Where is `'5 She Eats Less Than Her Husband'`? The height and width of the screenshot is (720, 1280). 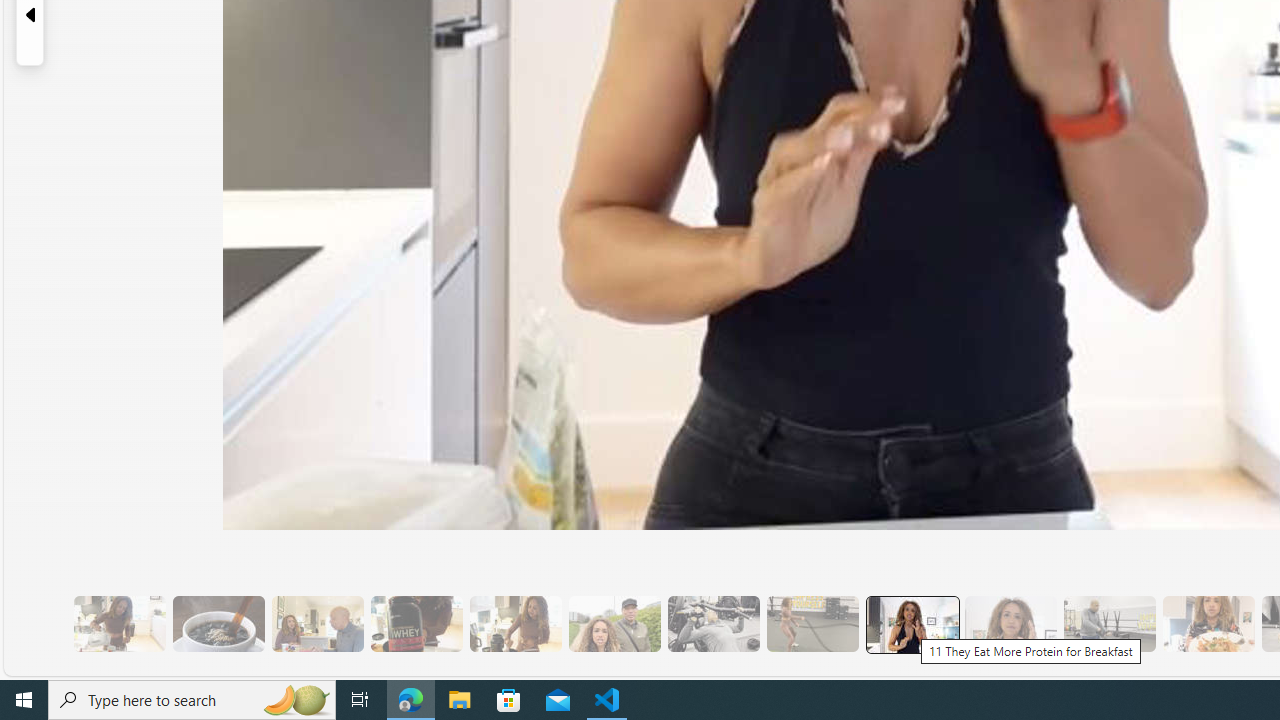 '5 She Eats Less Than Her Husband' is located at coordinates (316, 623).